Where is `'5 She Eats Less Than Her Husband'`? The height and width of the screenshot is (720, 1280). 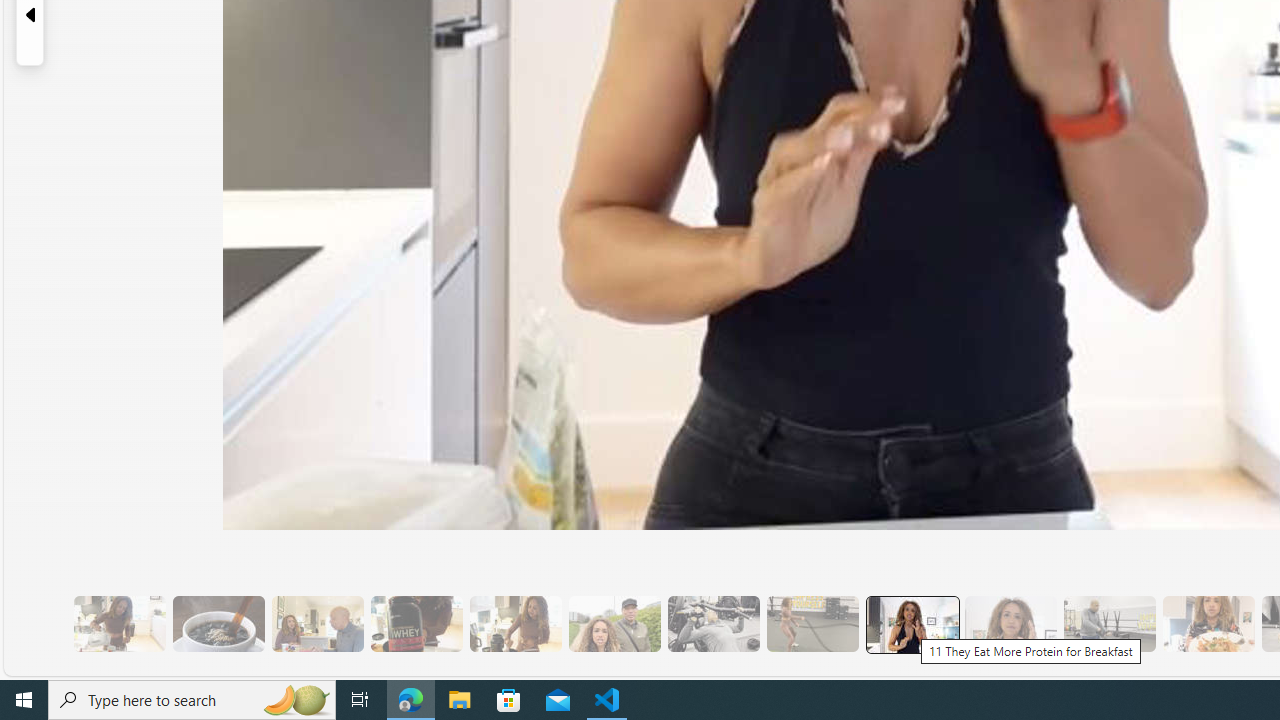 '5 She Eats Less Than Her Husband' is located at coordinates (316, 623).